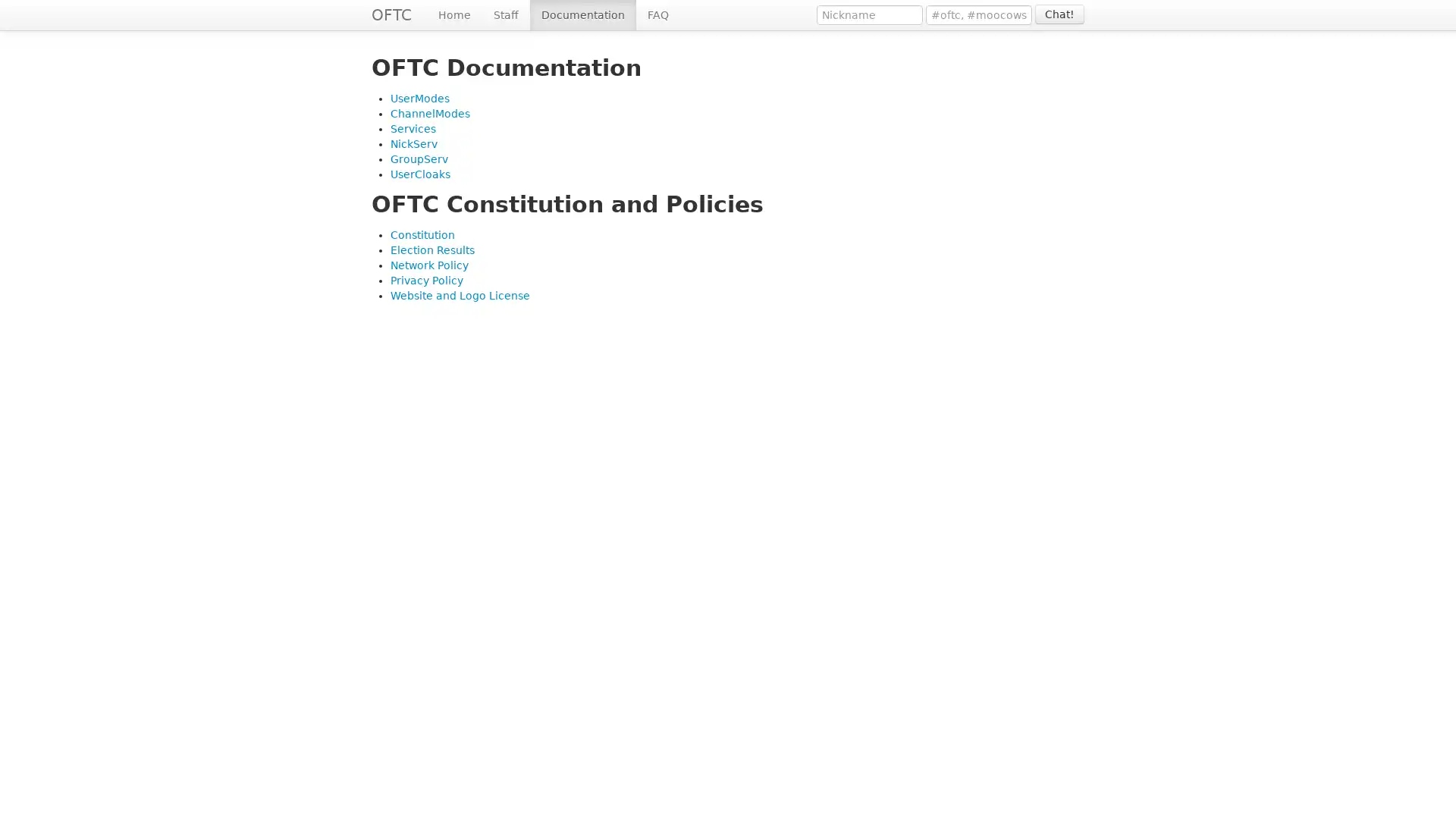 The image size is (1456, 819). Describe the element at coordinates (1059, 14) in the screenshot. I see `Chat!` at that location.